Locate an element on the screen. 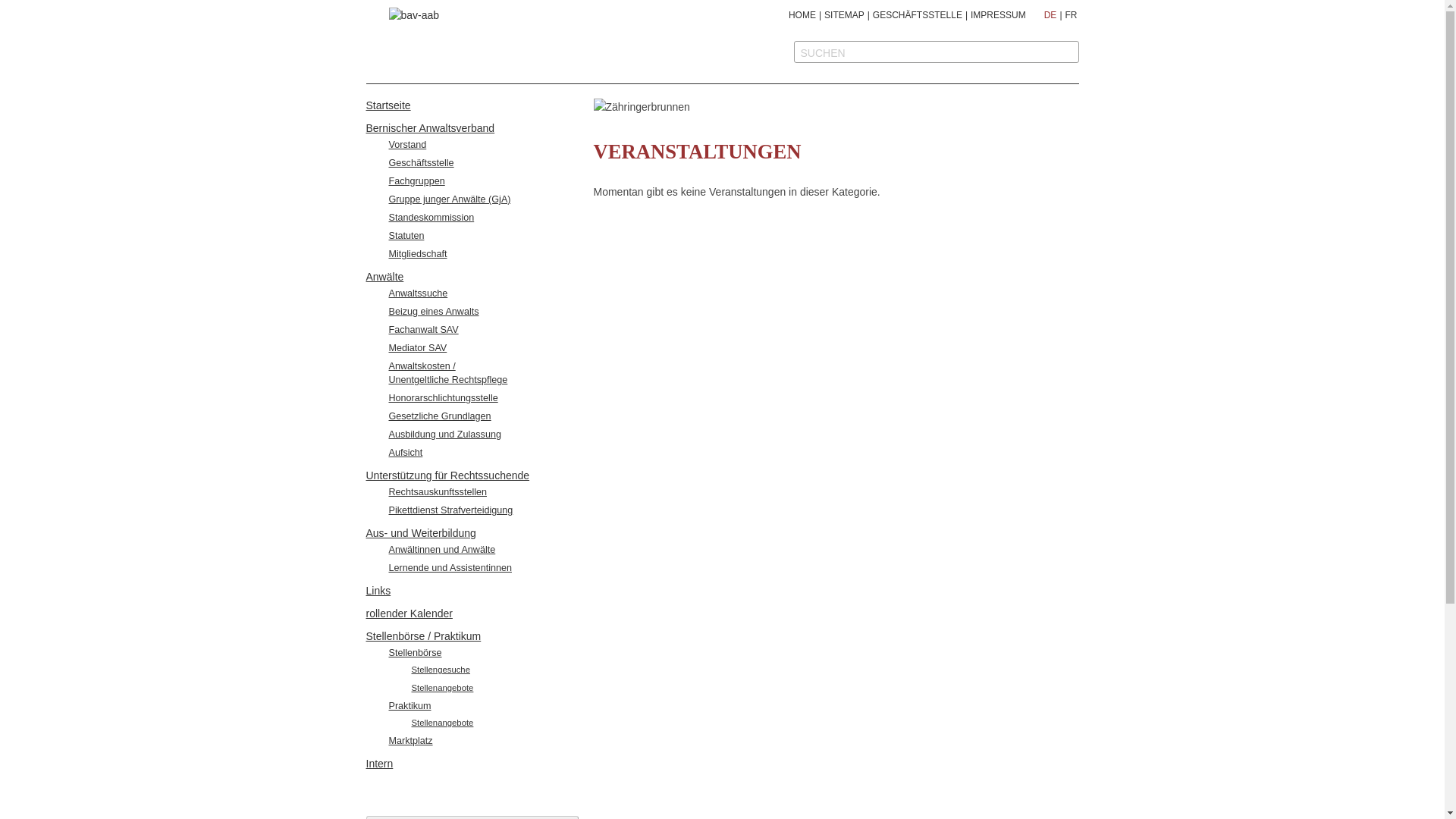 The height and width of the screenshot is (819, 1456). 'SITEMAP' is located at coordinates (823, 14).